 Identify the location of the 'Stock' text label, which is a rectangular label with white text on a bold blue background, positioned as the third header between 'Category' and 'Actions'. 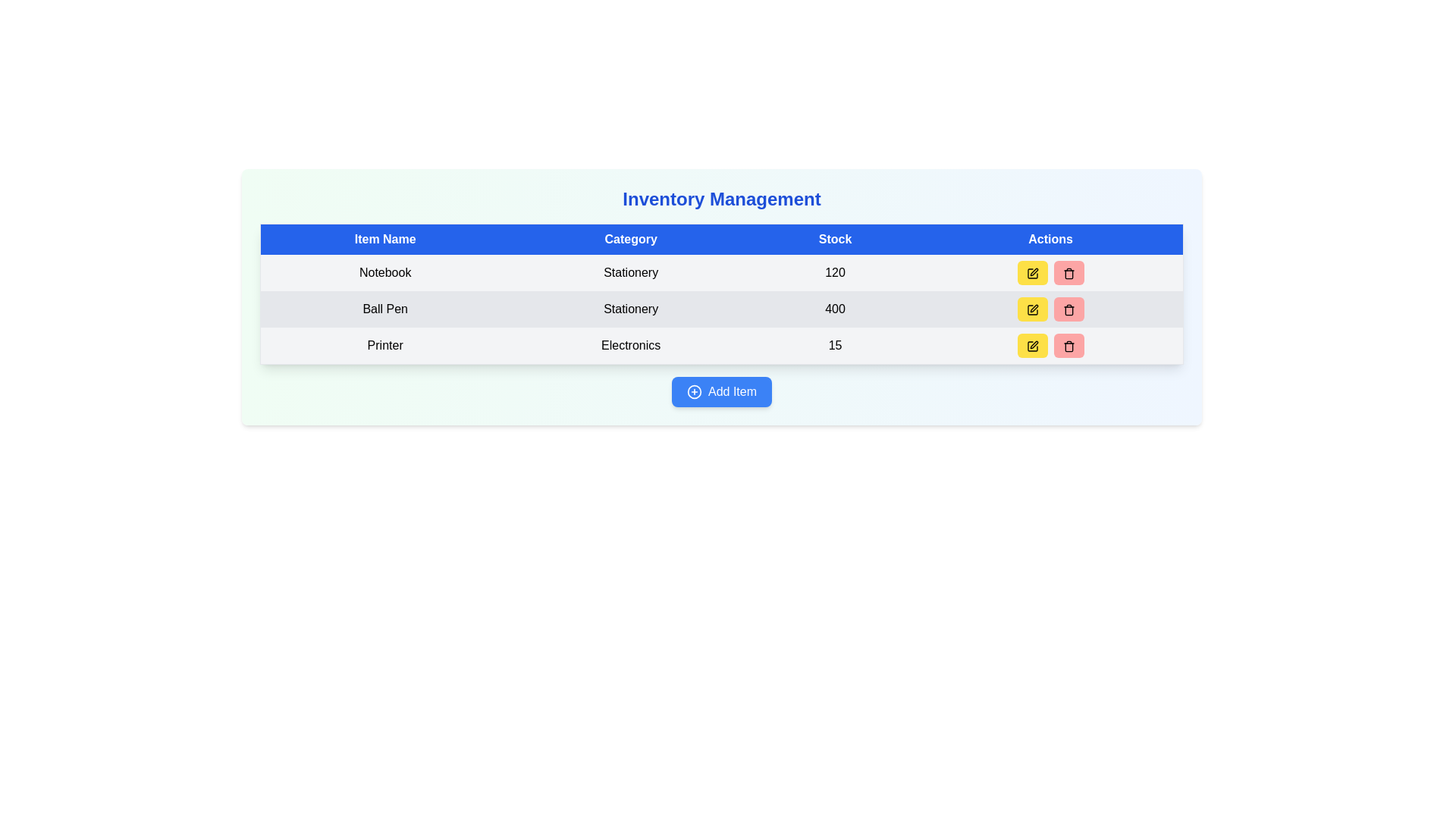
(834, 239).